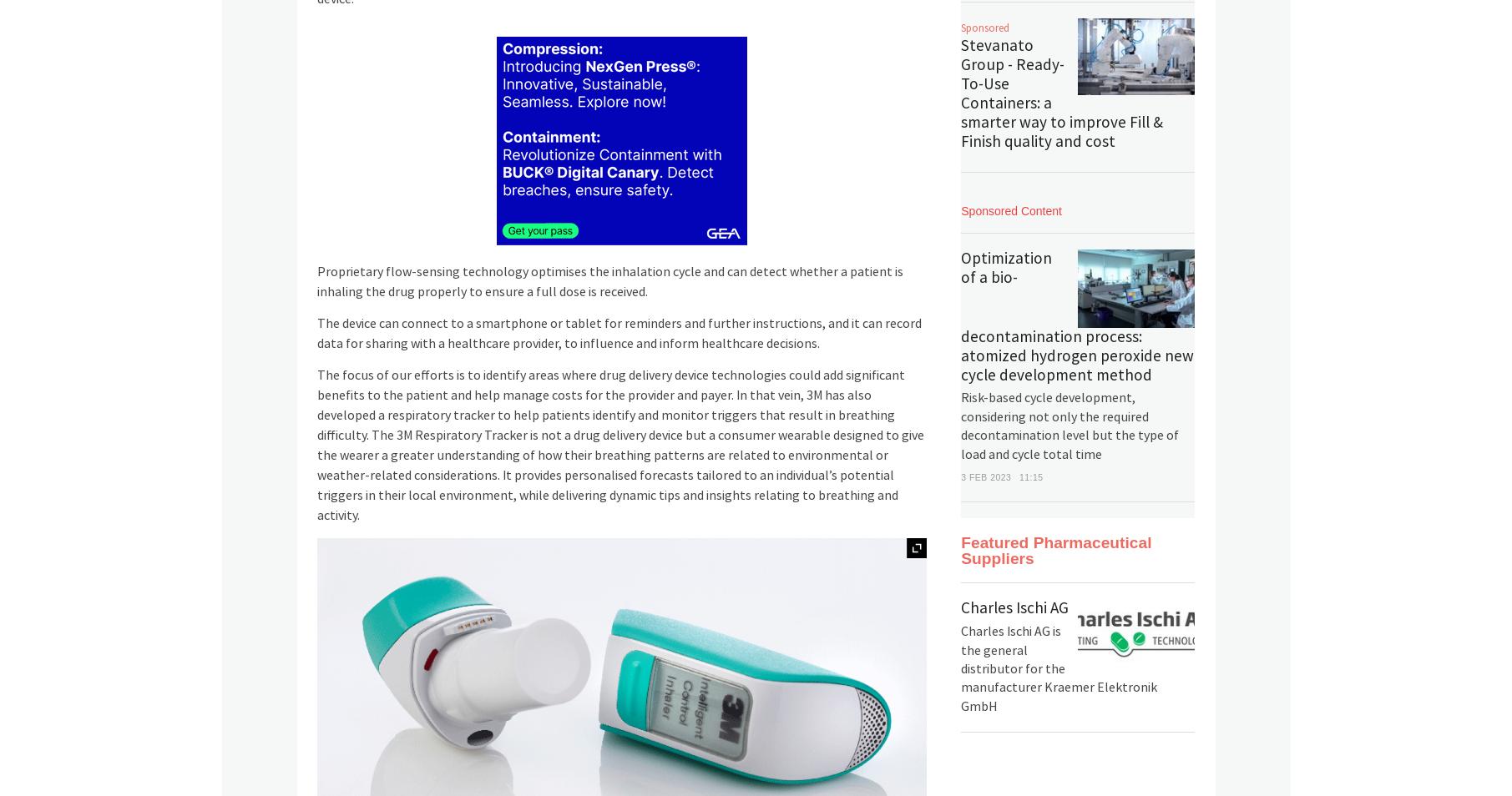  I want to click on 'Risk-based cycle development, considering not only the required decontamination level but the type of load and cycle total time', so click(1070, 425).